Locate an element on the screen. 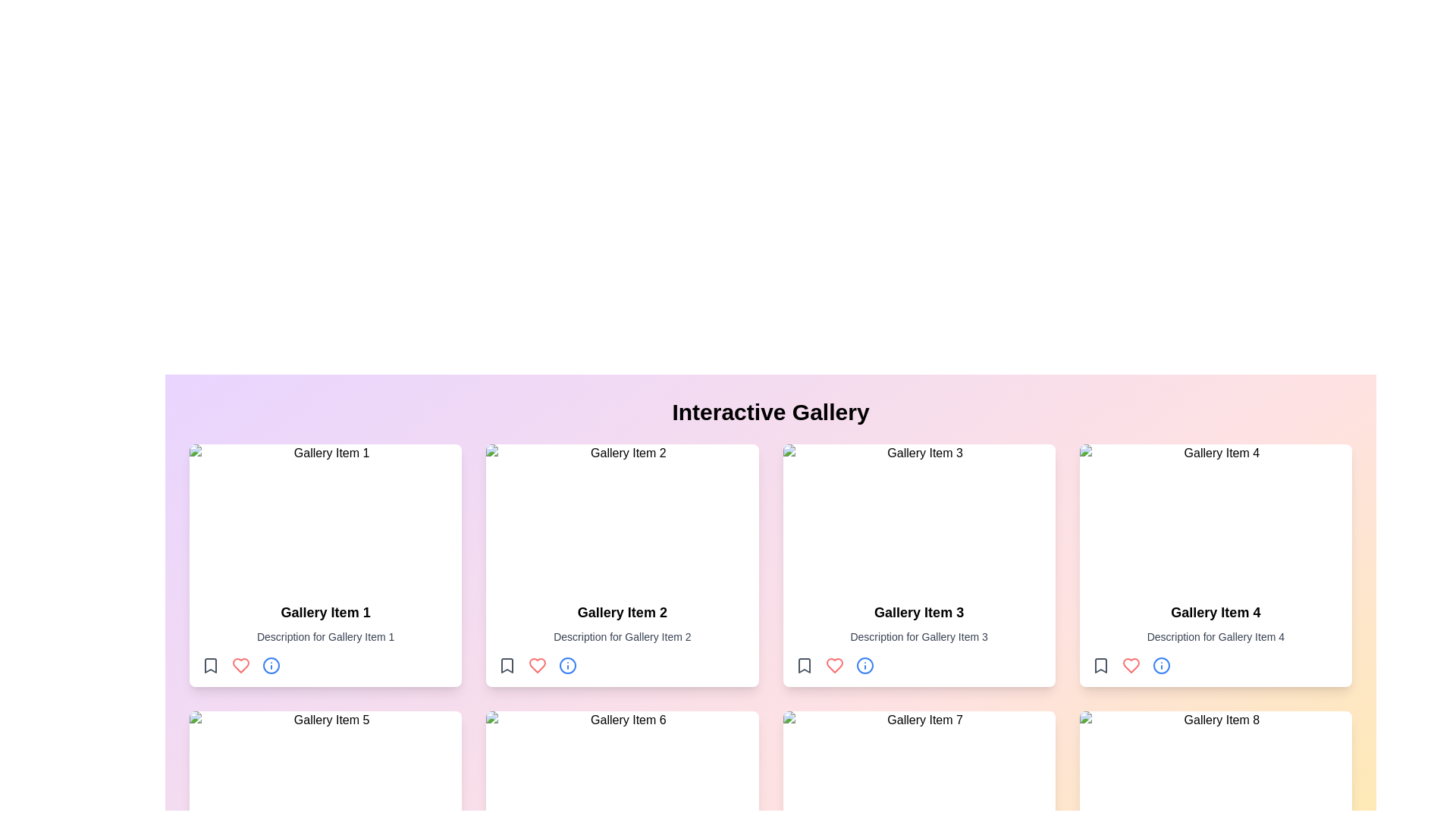 This screenshot has width=1456, height=819. the circular information symbol located in the lower middle portion of 'Gallery Item 3' to provide more details or explanations about neighboring elements is located at coordinates (864, 665).